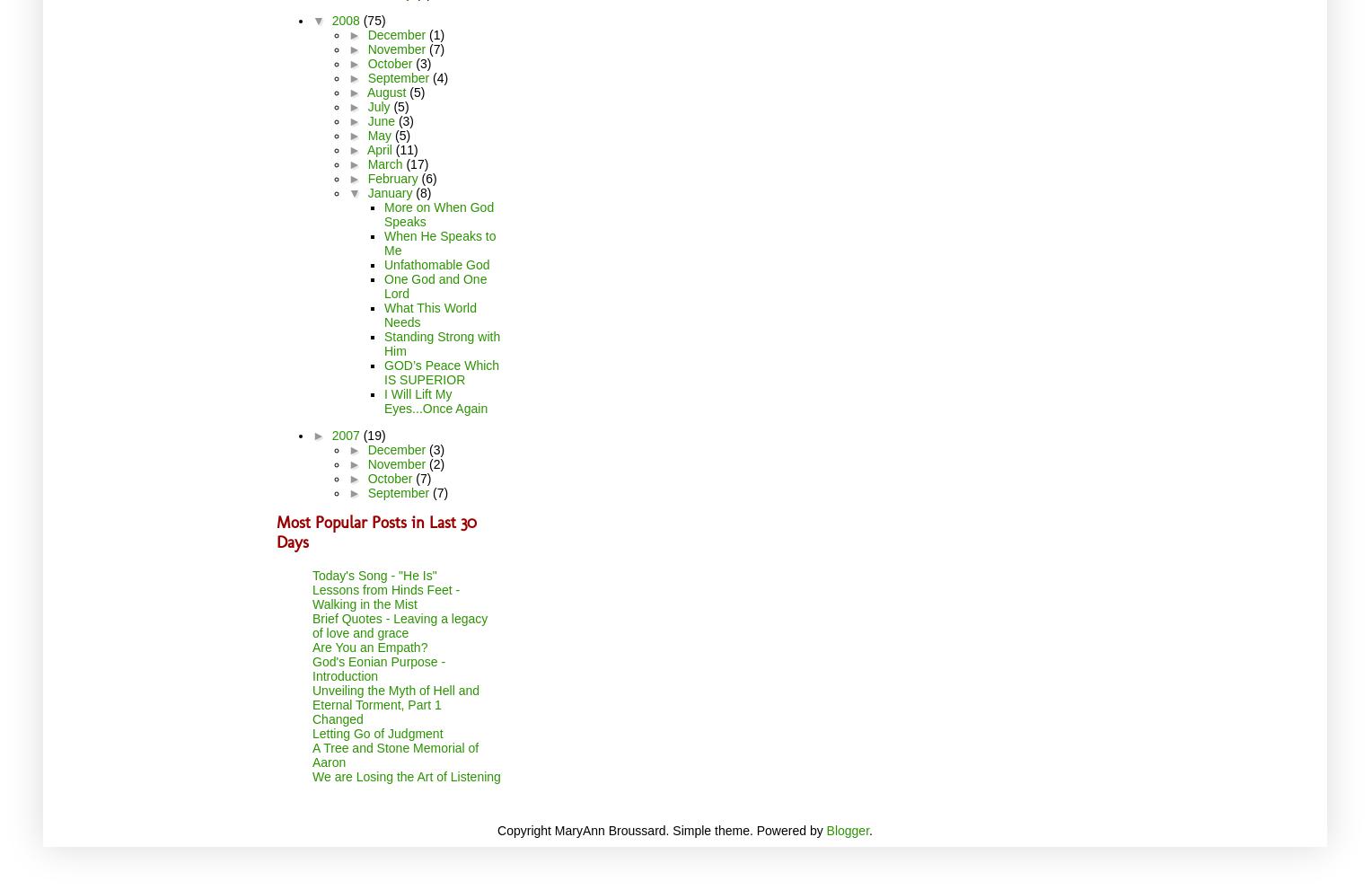 The image size is (1372, 890). Describe the element at coordinates (363, 434) in the screenshot. I see `'(19)'` at that location.